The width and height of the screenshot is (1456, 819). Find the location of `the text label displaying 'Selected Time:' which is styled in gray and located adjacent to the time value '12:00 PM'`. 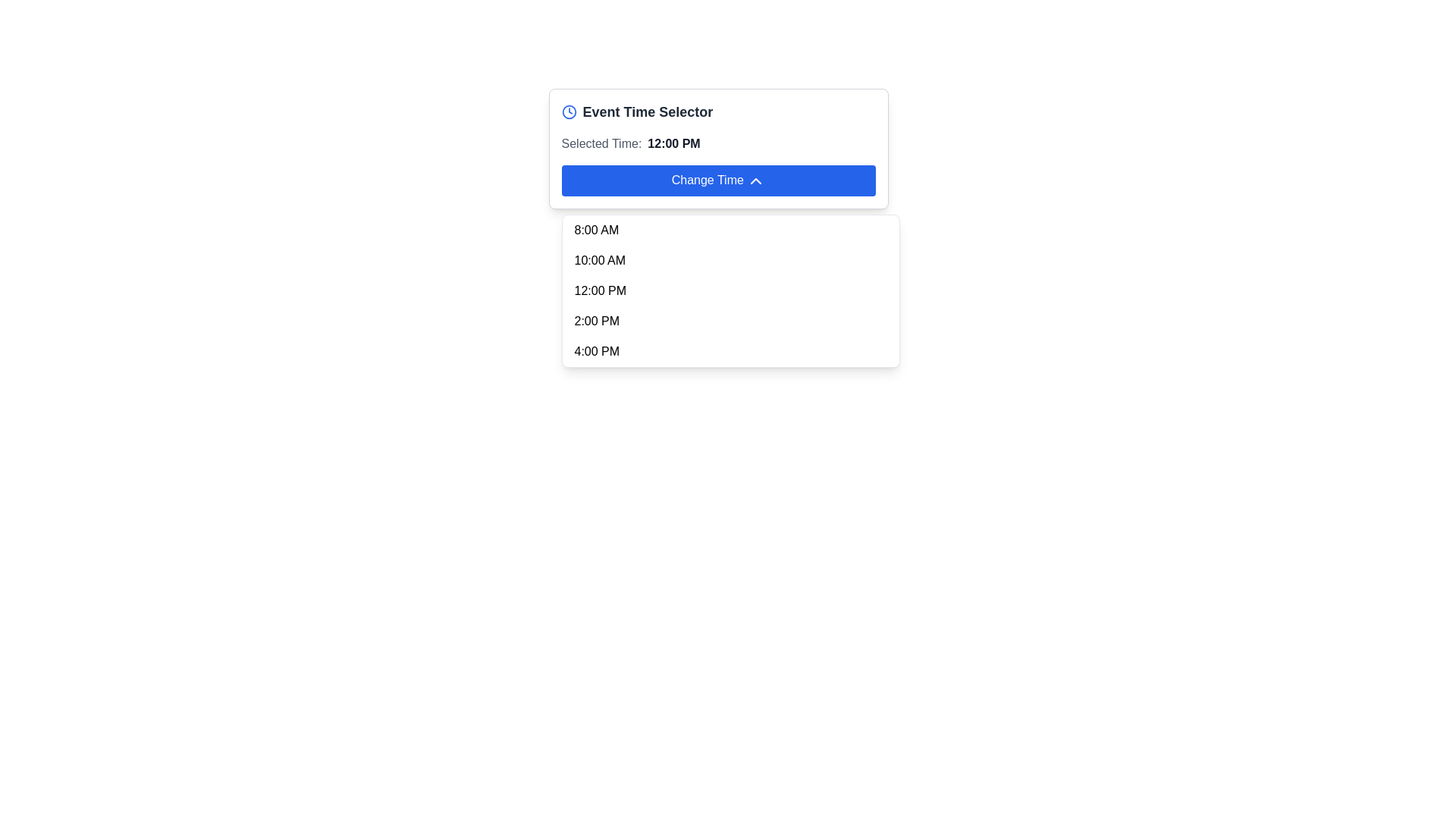

the text label displaying 'Selected Time:' which is styled in gray and located adjacent to the time value '12:00 PM' is located at coordinates (601, 143).